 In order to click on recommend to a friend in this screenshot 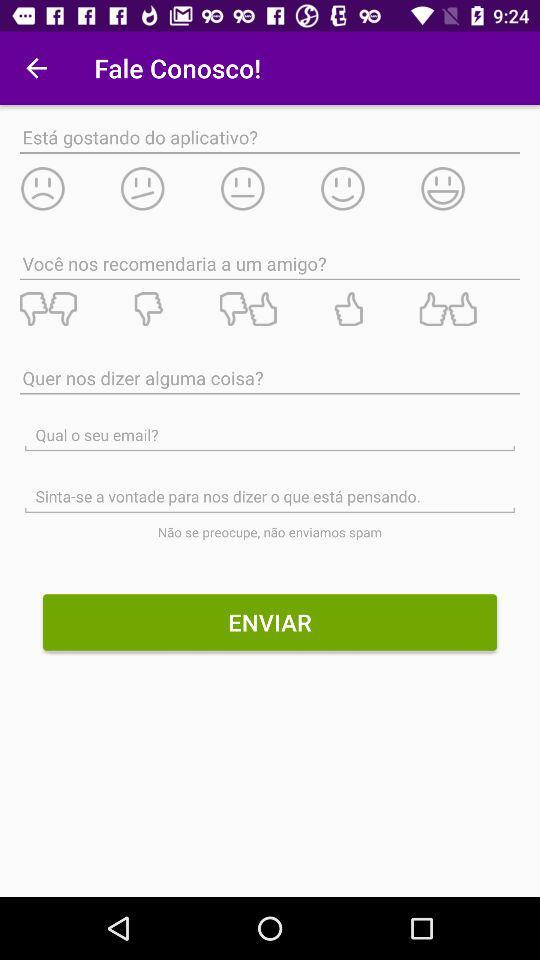, I will do `click(469, 309)`.